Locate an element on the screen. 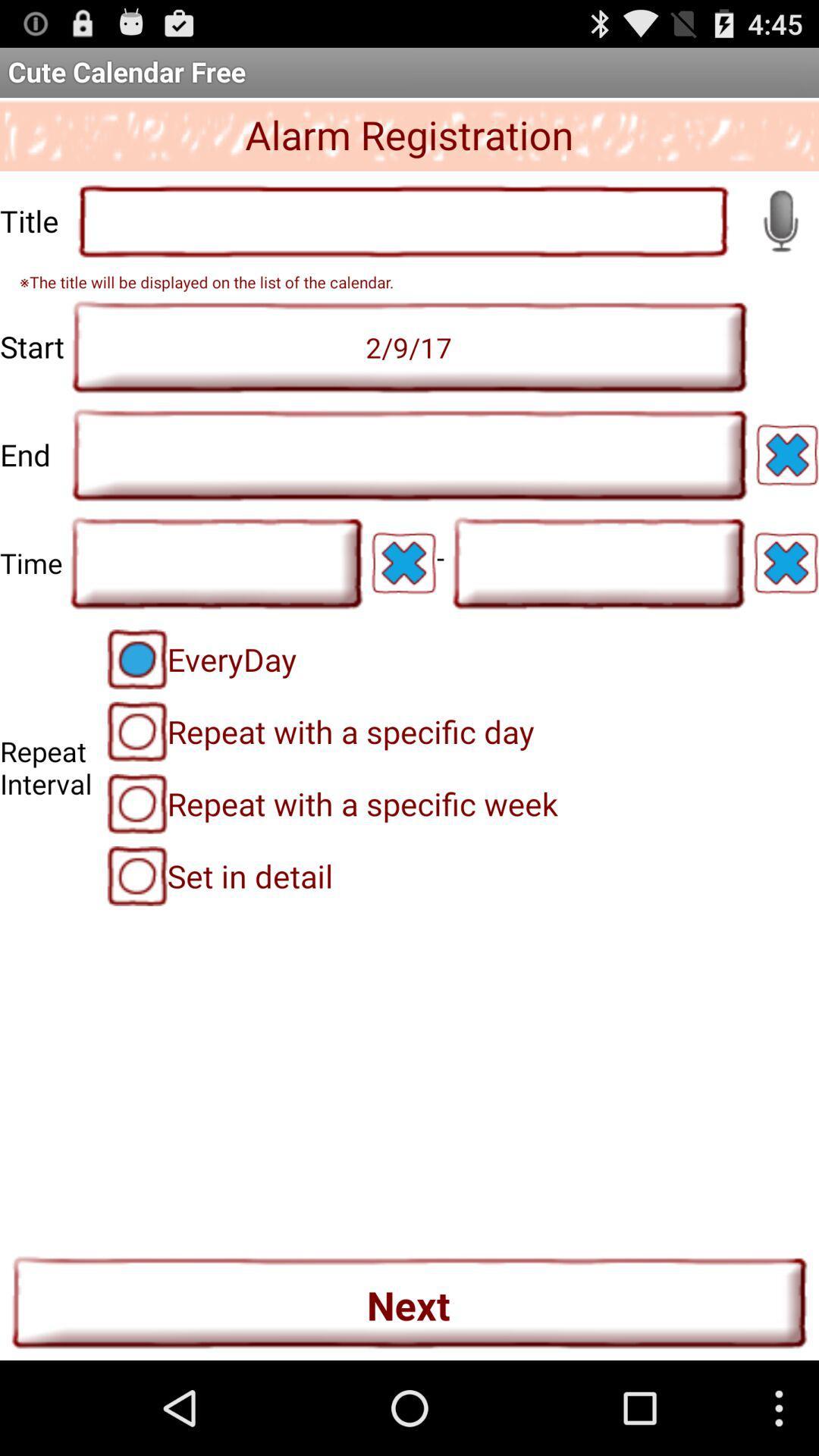  item above next item is located at coordinates (220, 876).